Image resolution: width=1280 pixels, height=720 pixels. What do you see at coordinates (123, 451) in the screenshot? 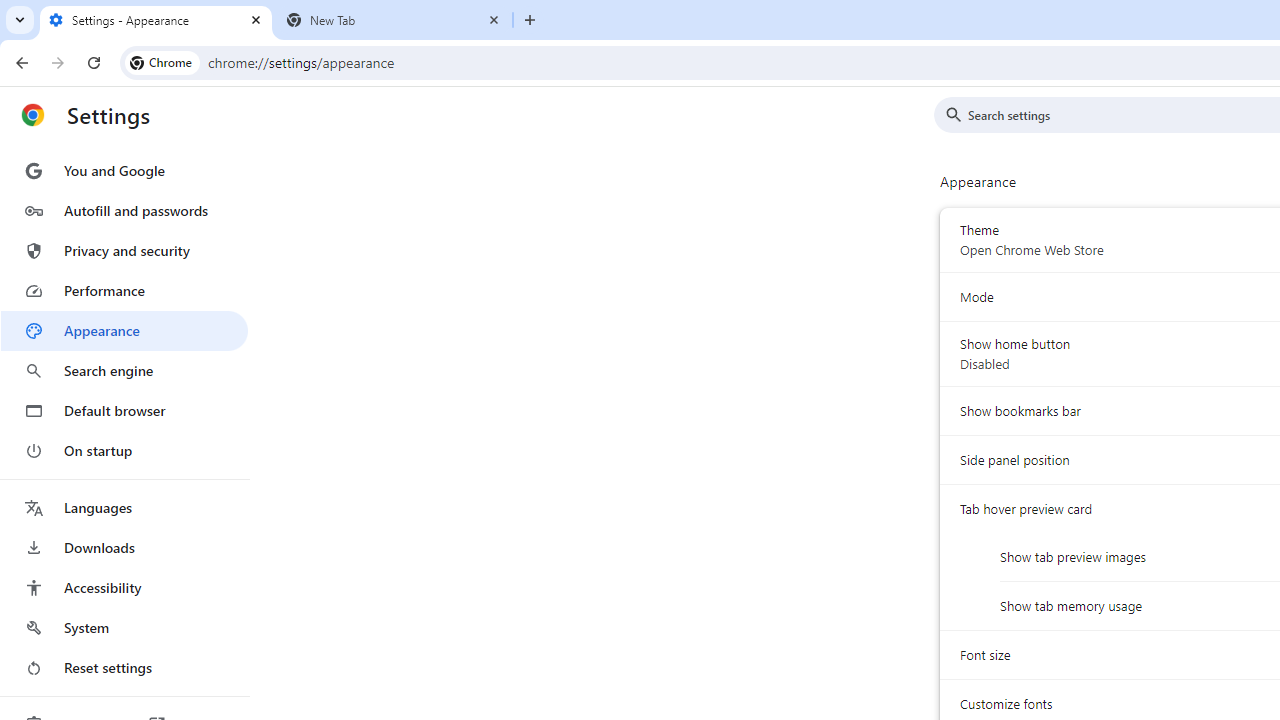
I see `'On startup'` at bounding box center [123, 451].